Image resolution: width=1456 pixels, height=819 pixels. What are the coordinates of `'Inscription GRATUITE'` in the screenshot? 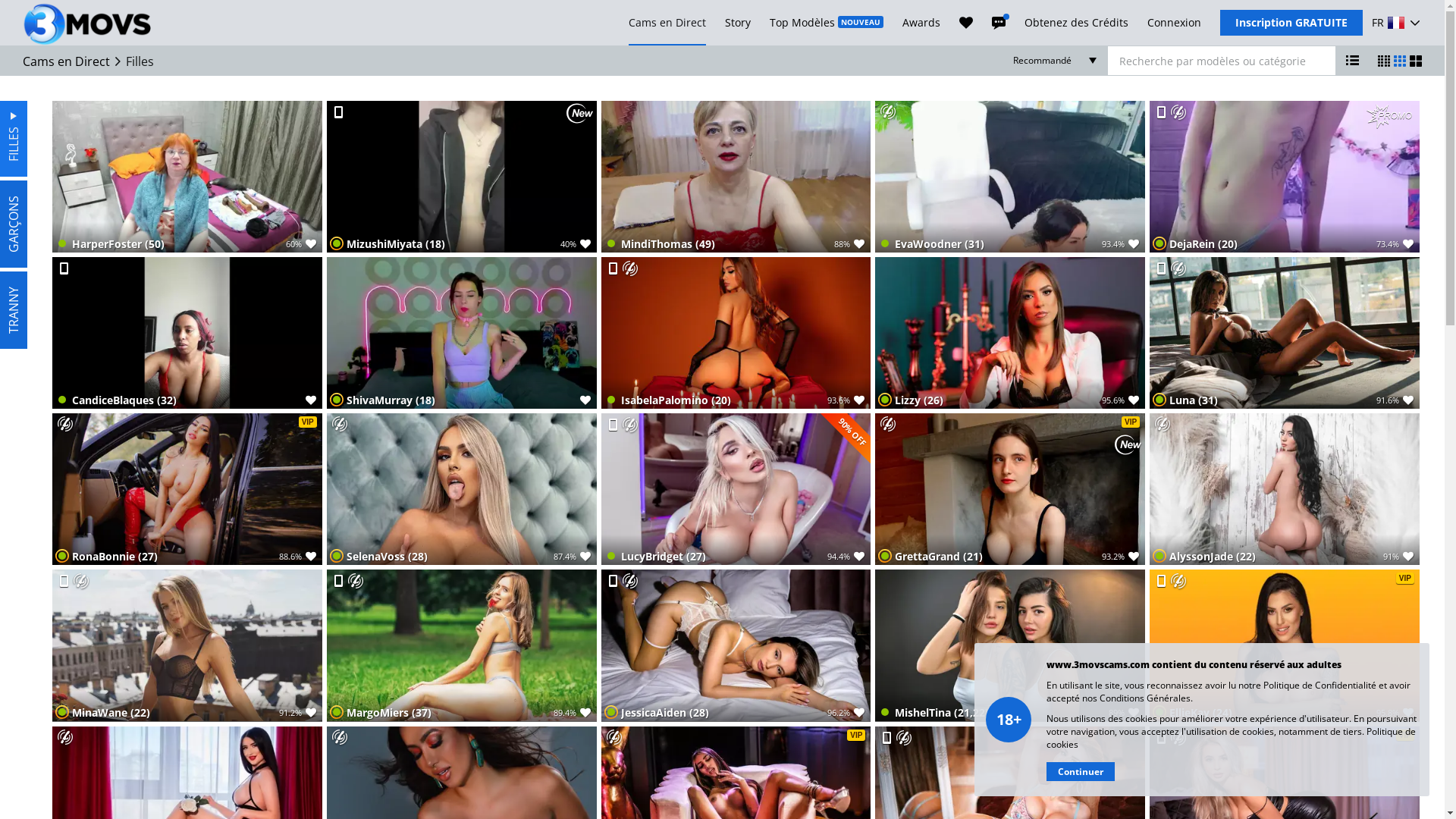 It's located at (1291, 23).